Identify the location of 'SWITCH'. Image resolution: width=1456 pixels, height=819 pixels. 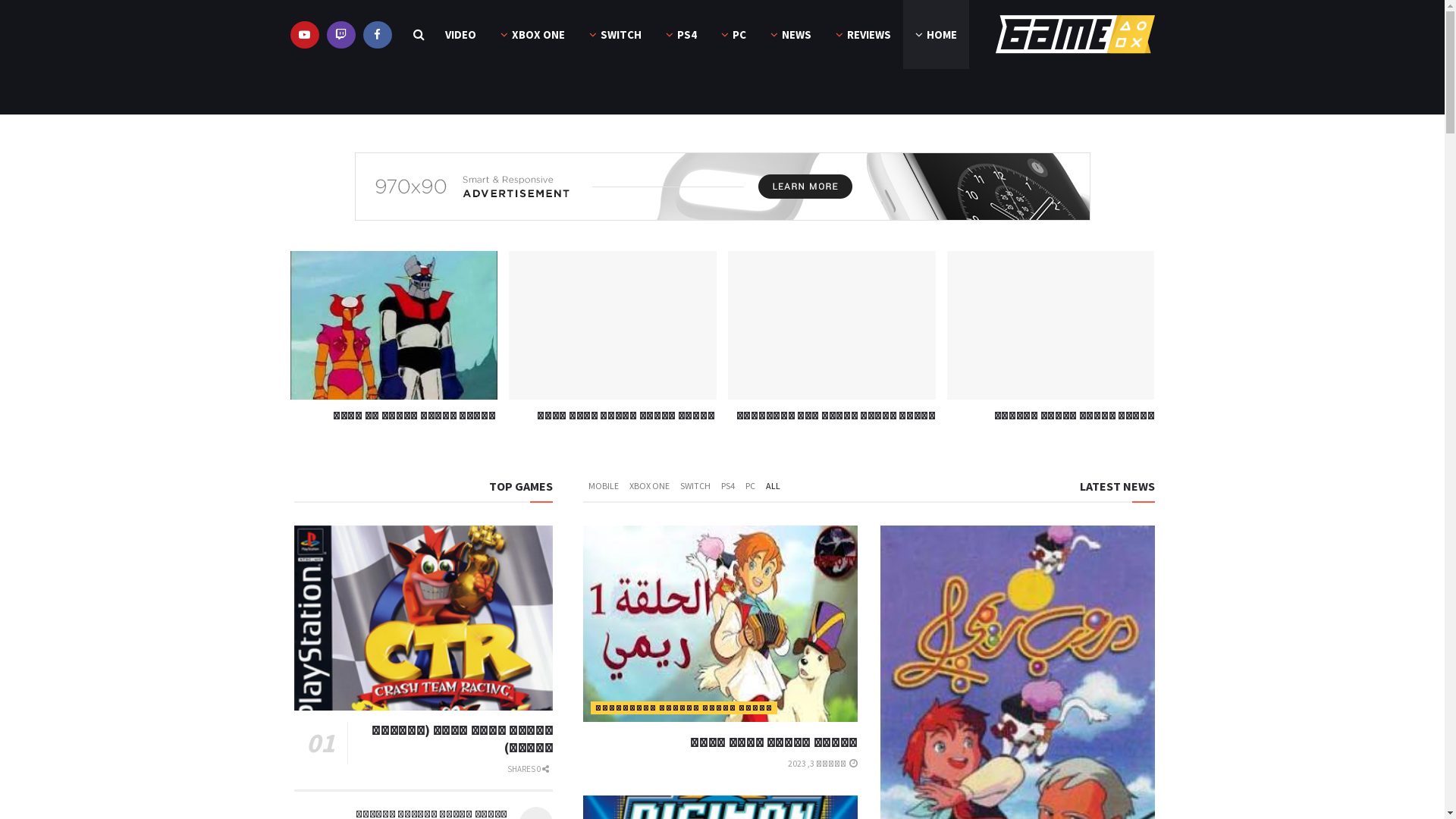
(614, 34).